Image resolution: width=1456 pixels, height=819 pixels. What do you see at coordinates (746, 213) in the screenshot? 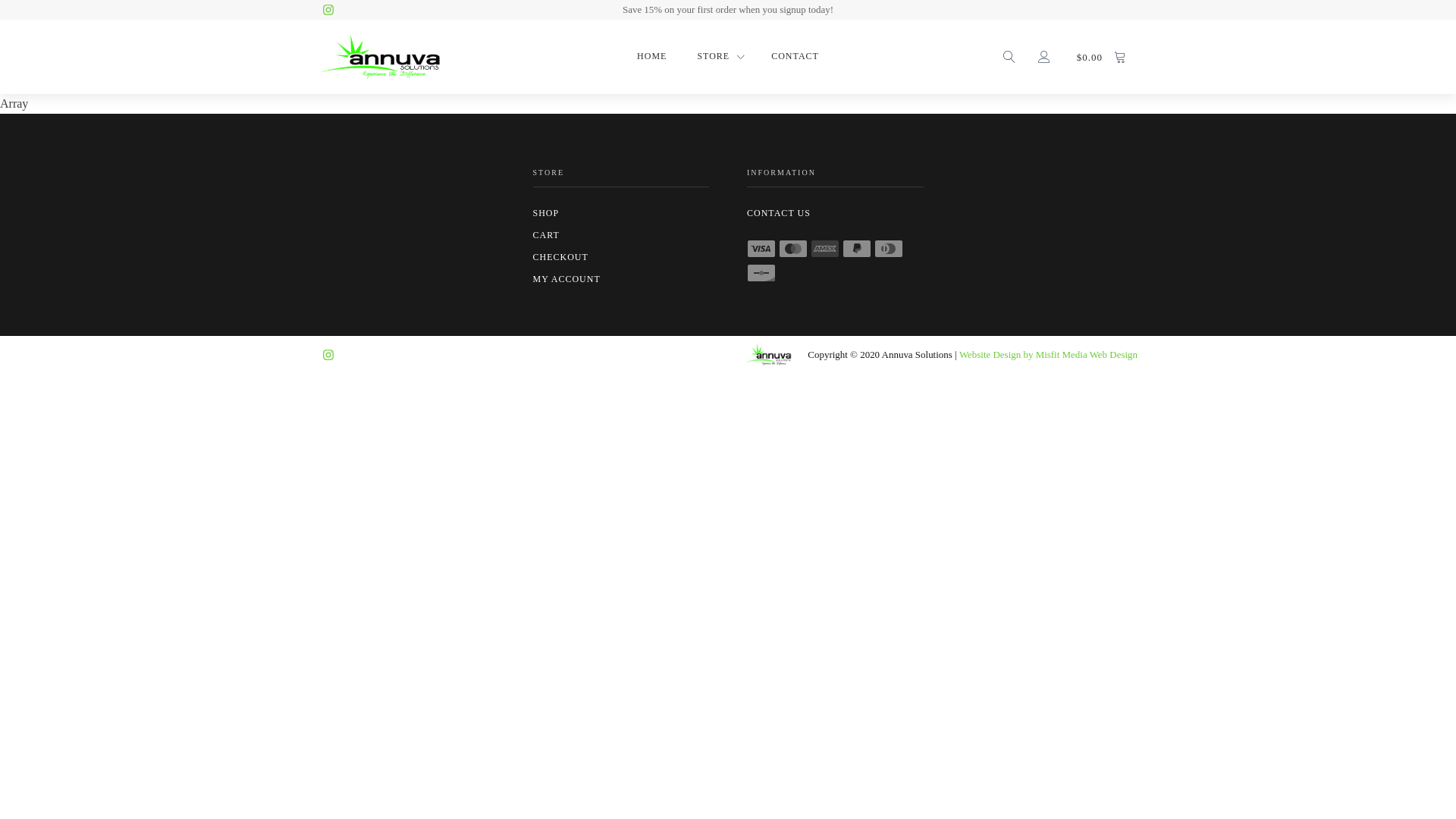
I see `'CONTACT US'` at bounding box center [746, 213].